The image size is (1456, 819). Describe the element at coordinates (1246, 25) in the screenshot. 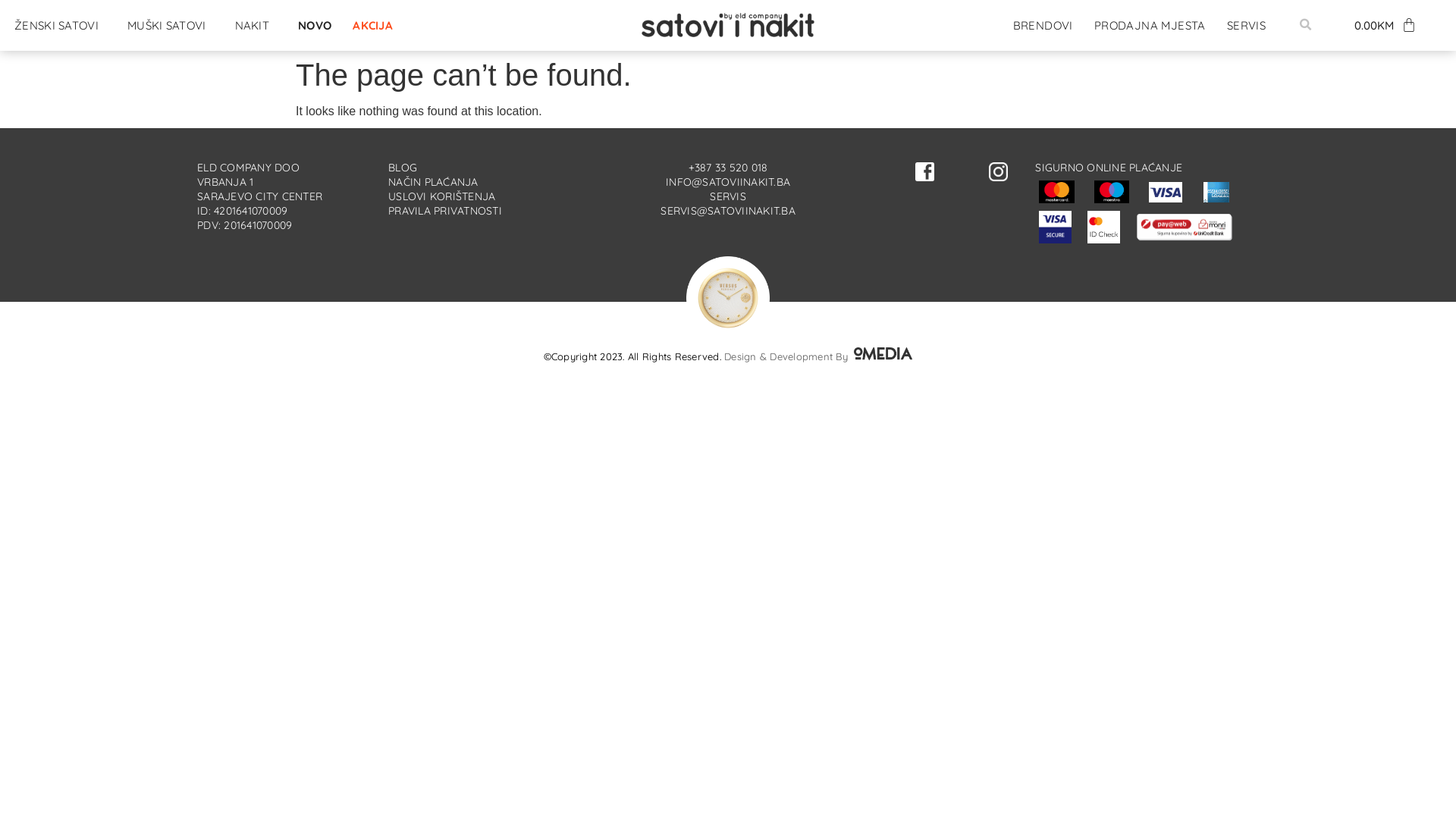

I see `'SERVIS'` at that location.